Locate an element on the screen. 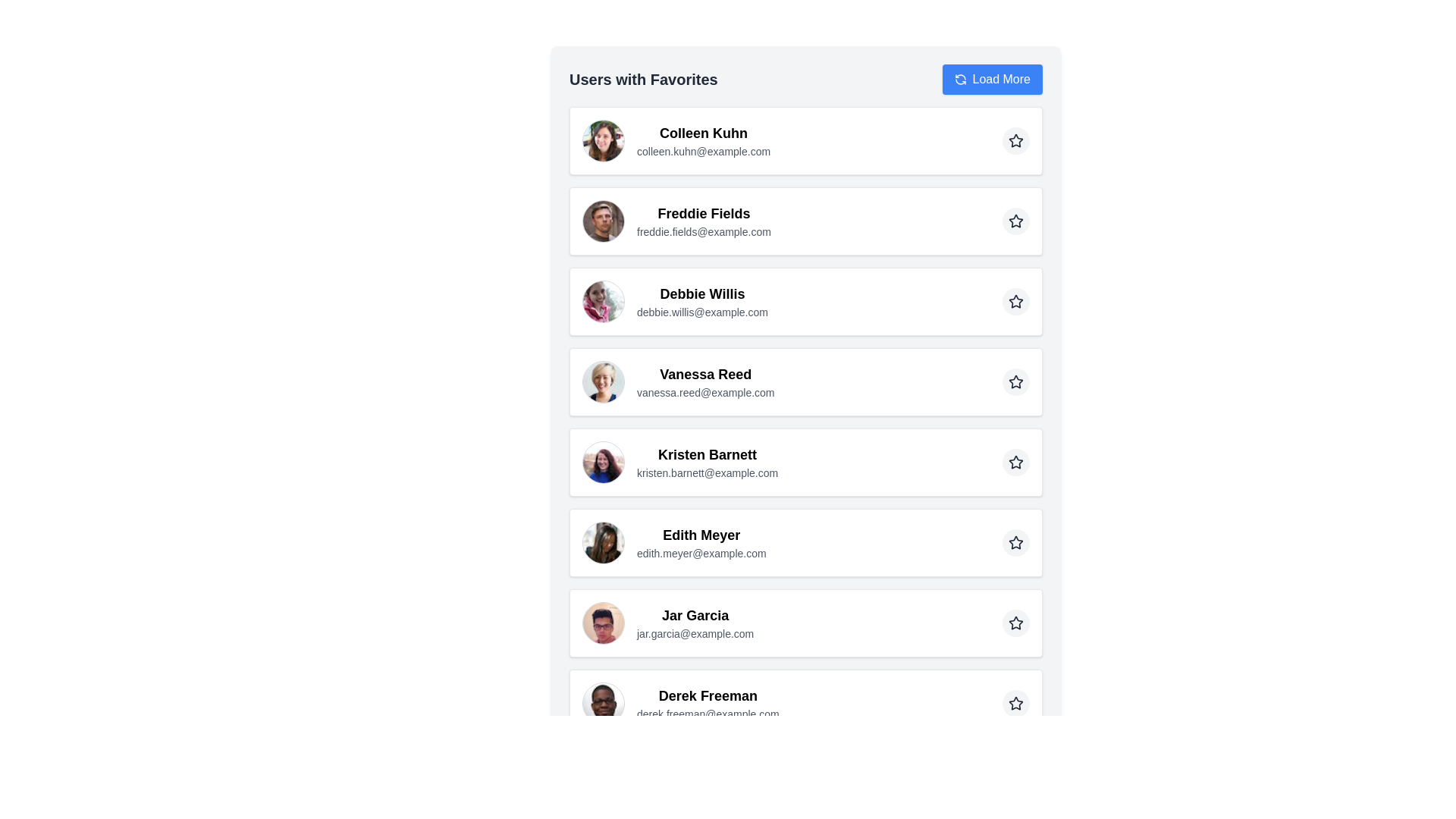  the text display label for 'Freddie Fields' to provide visual focus or display a tooltip is located at coordinates (703, 213).